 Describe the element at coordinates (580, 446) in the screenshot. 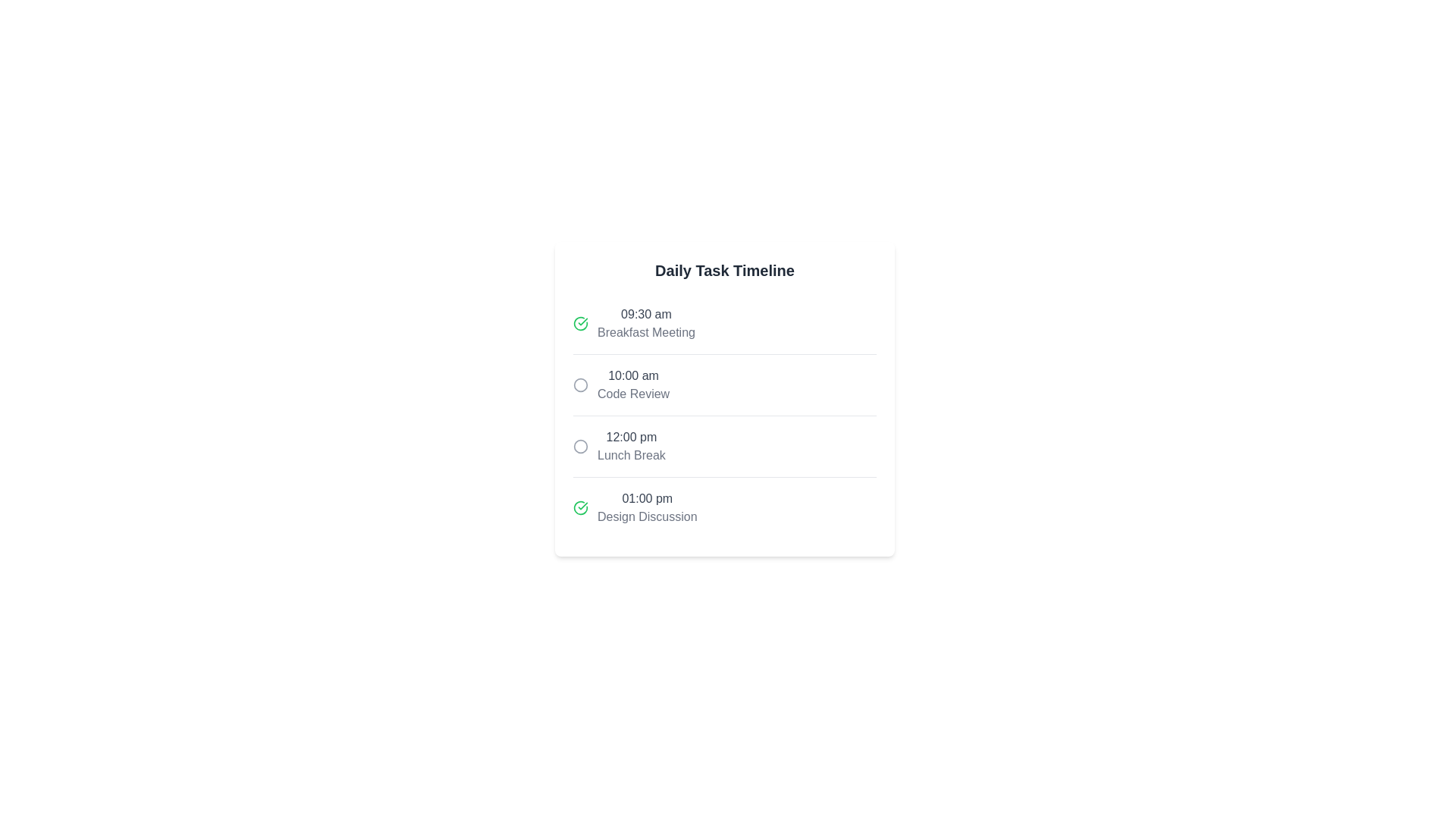

I see `the minimalist outlined circle icon associated with the 'Lunch Break' entry at 12:00 pm on the timeline` at that location.